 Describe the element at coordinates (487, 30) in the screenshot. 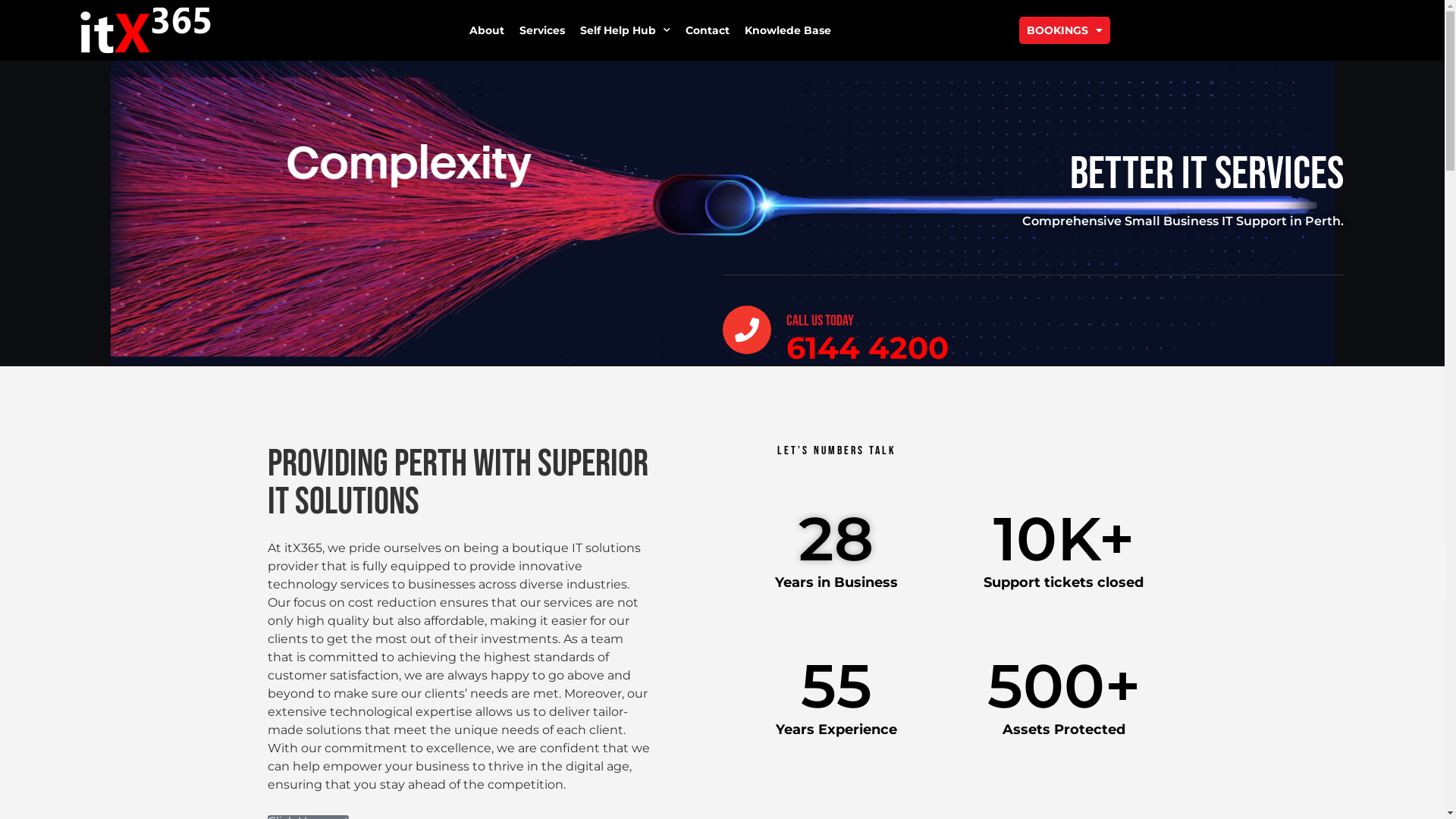

I see `'About'` at that location.